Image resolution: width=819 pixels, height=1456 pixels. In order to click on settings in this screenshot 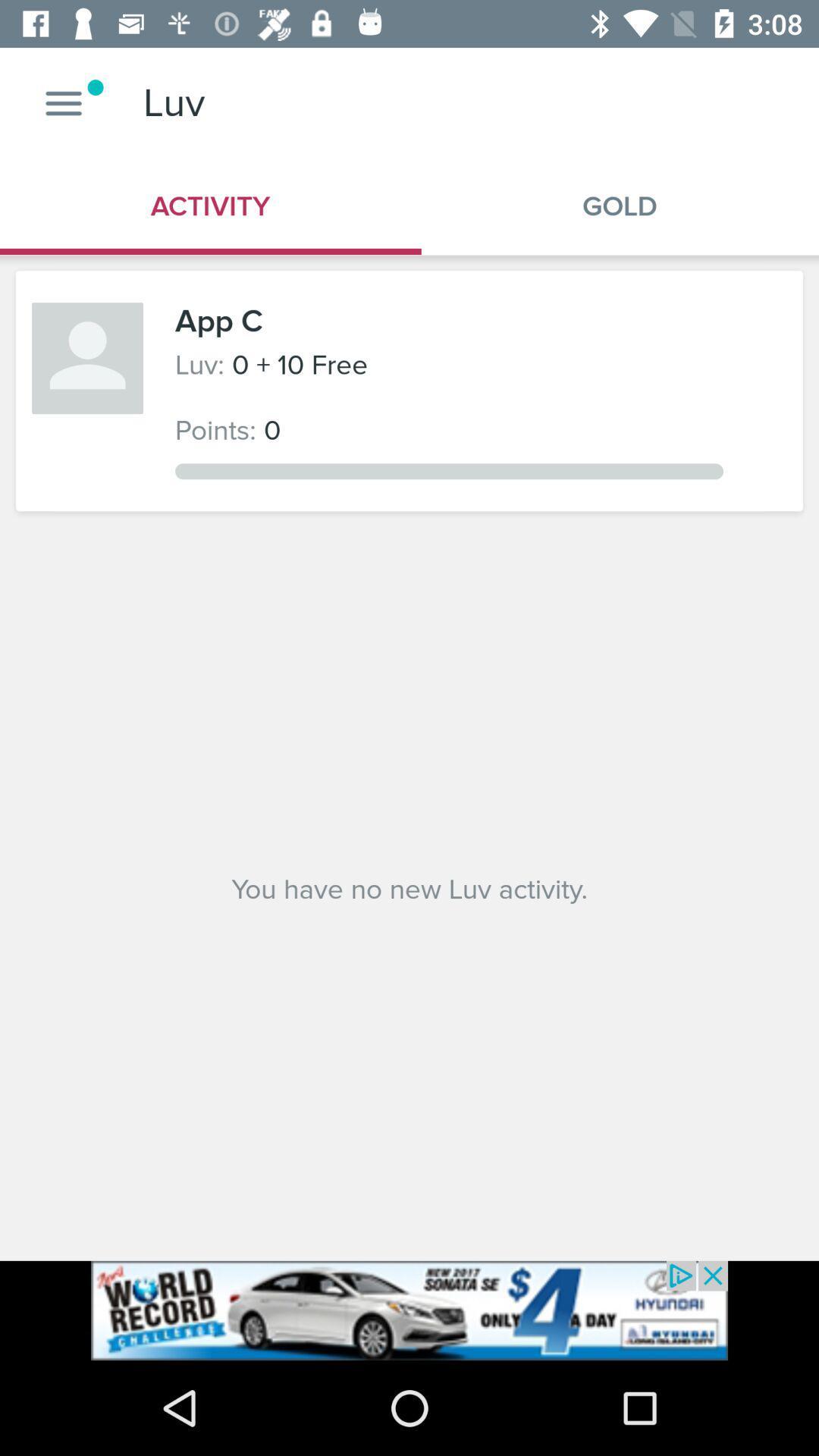, I will do `click(63, 102)`.